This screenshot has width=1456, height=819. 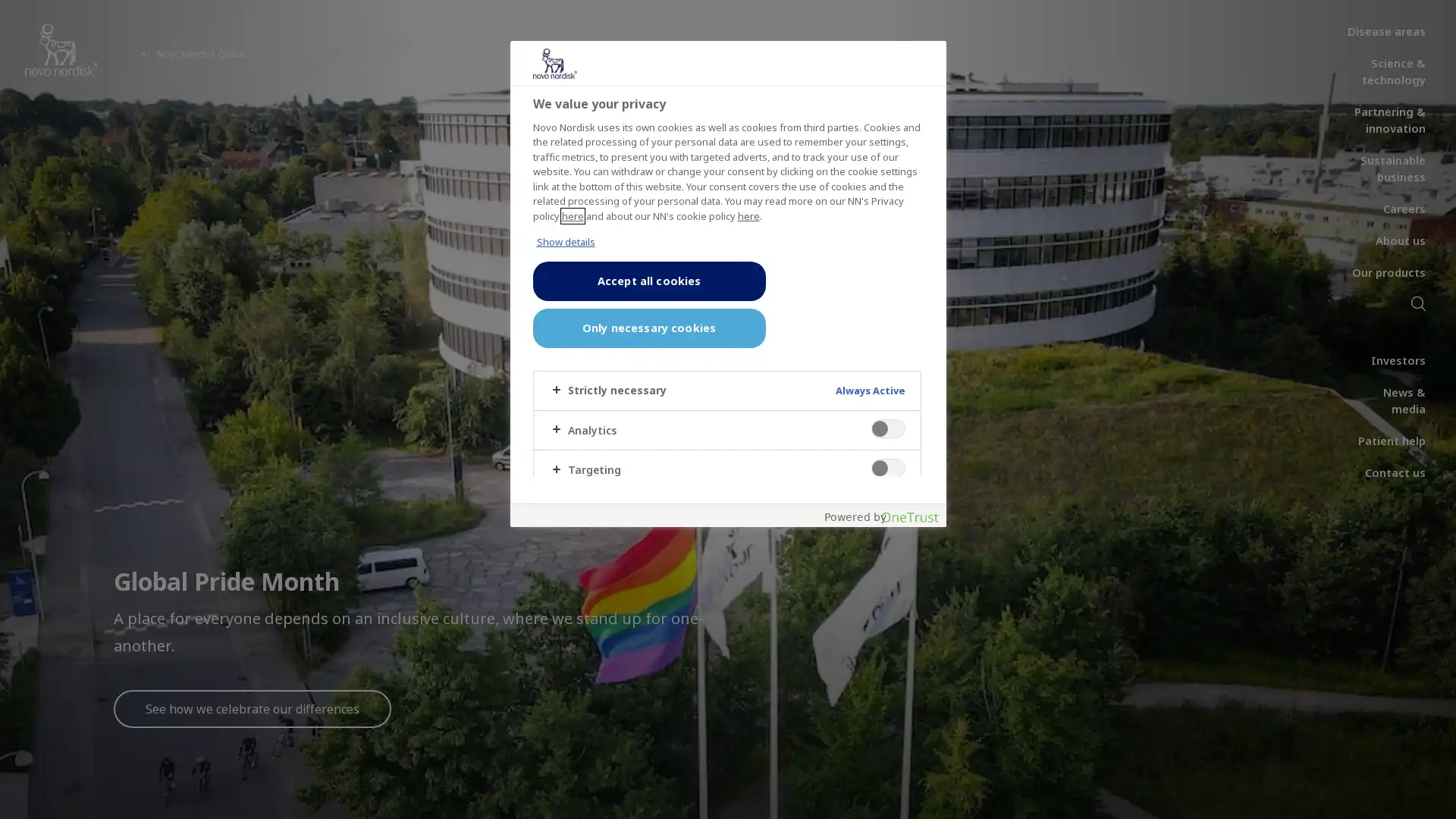 I want to click on Accept all cookies, so click(x=648, y=281).